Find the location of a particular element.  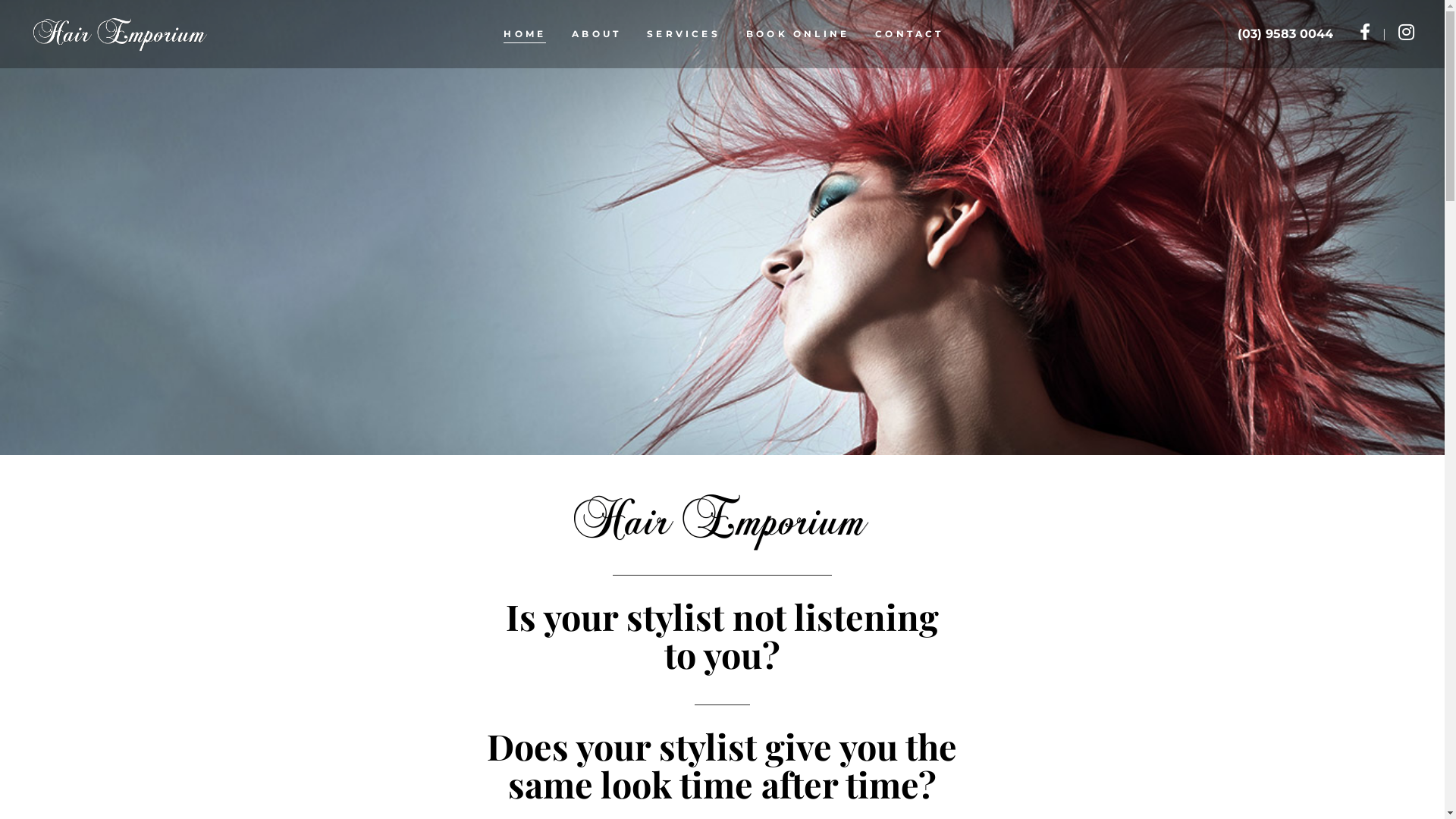

'(03) 9583 0044' is located at coordinates (1284, 33).